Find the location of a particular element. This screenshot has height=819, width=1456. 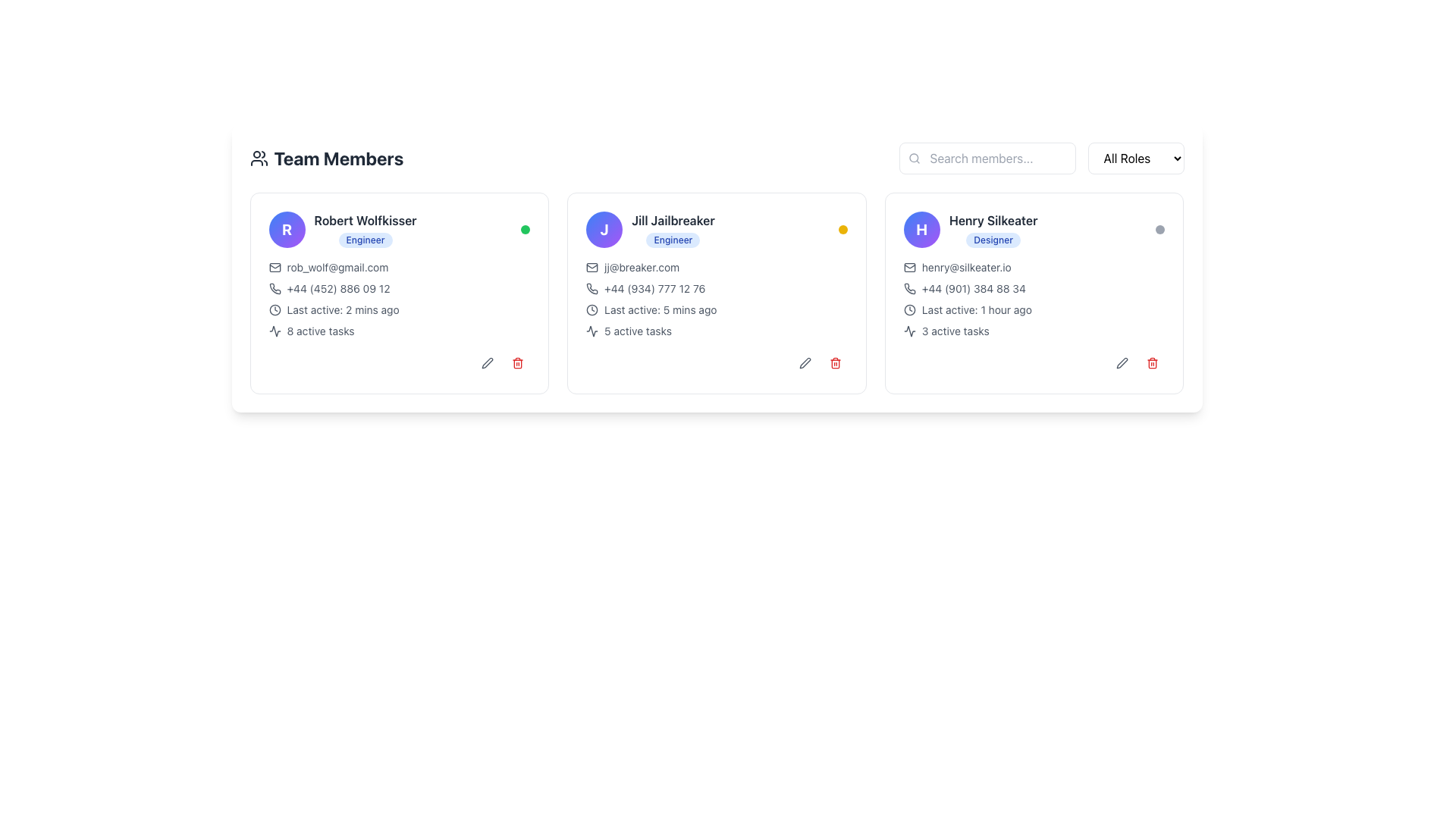

the text label displaying '5 active tasks' located at the bottom of the card layout for 'Jill Jailbreaker' is located at coordinates (638, 330).